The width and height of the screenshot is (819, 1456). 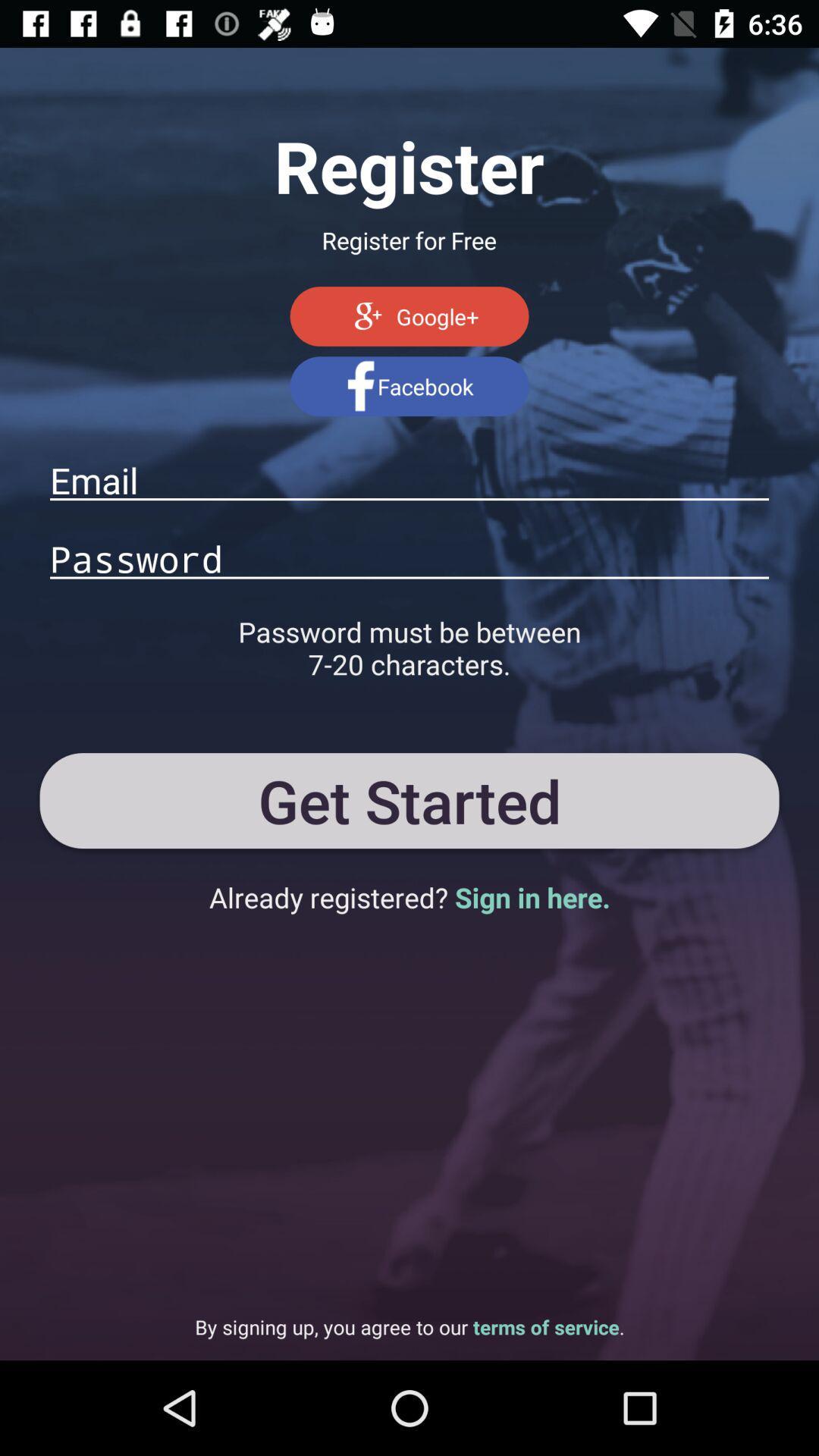 What do you see at coordinates (409, 479) in the screenshot?
I see `email` at bounding box center [409, 479].